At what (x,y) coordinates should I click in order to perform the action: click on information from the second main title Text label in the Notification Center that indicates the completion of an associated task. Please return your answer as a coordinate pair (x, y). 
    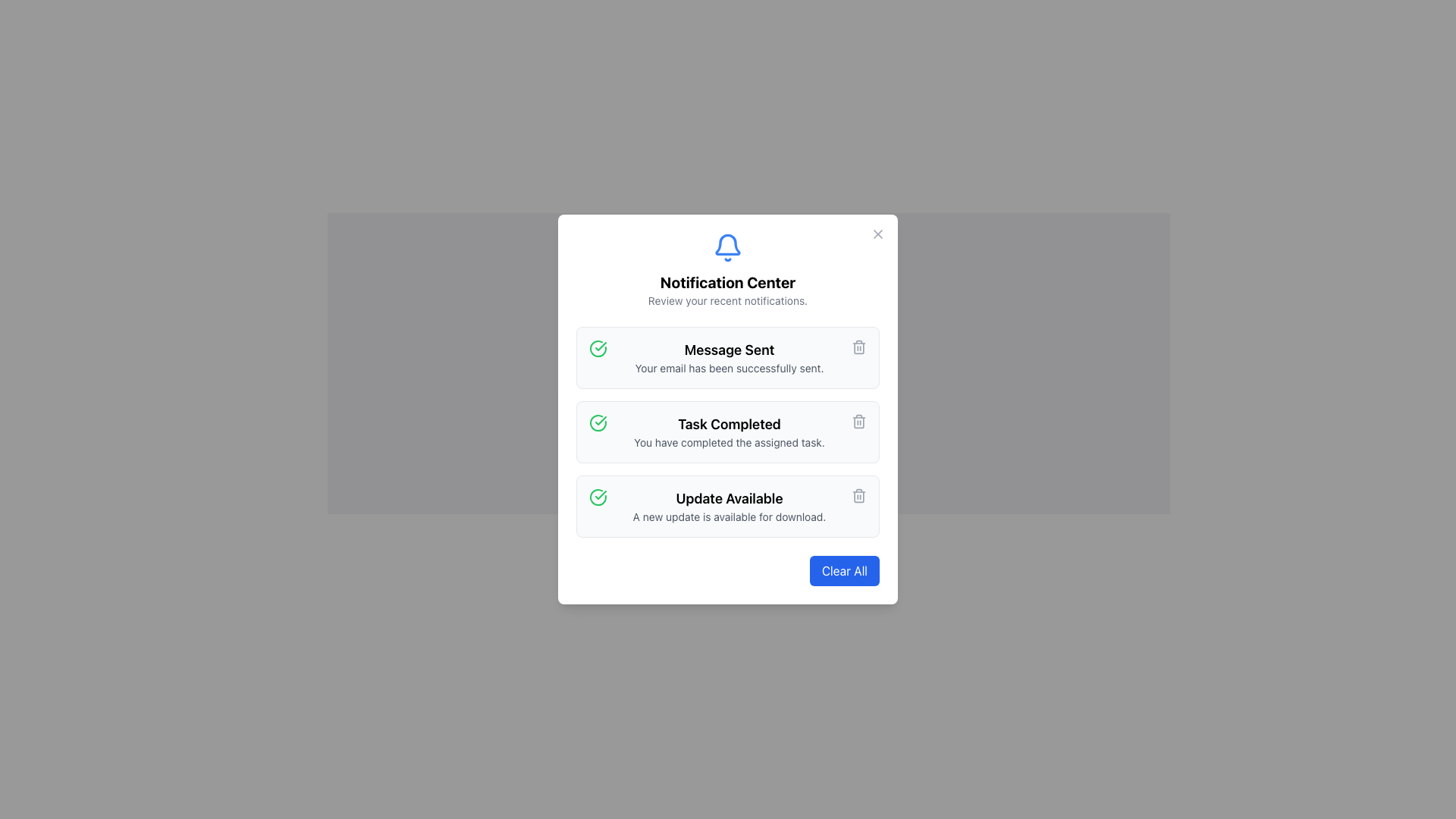
    Looking at the image, I should click on (729, 424).